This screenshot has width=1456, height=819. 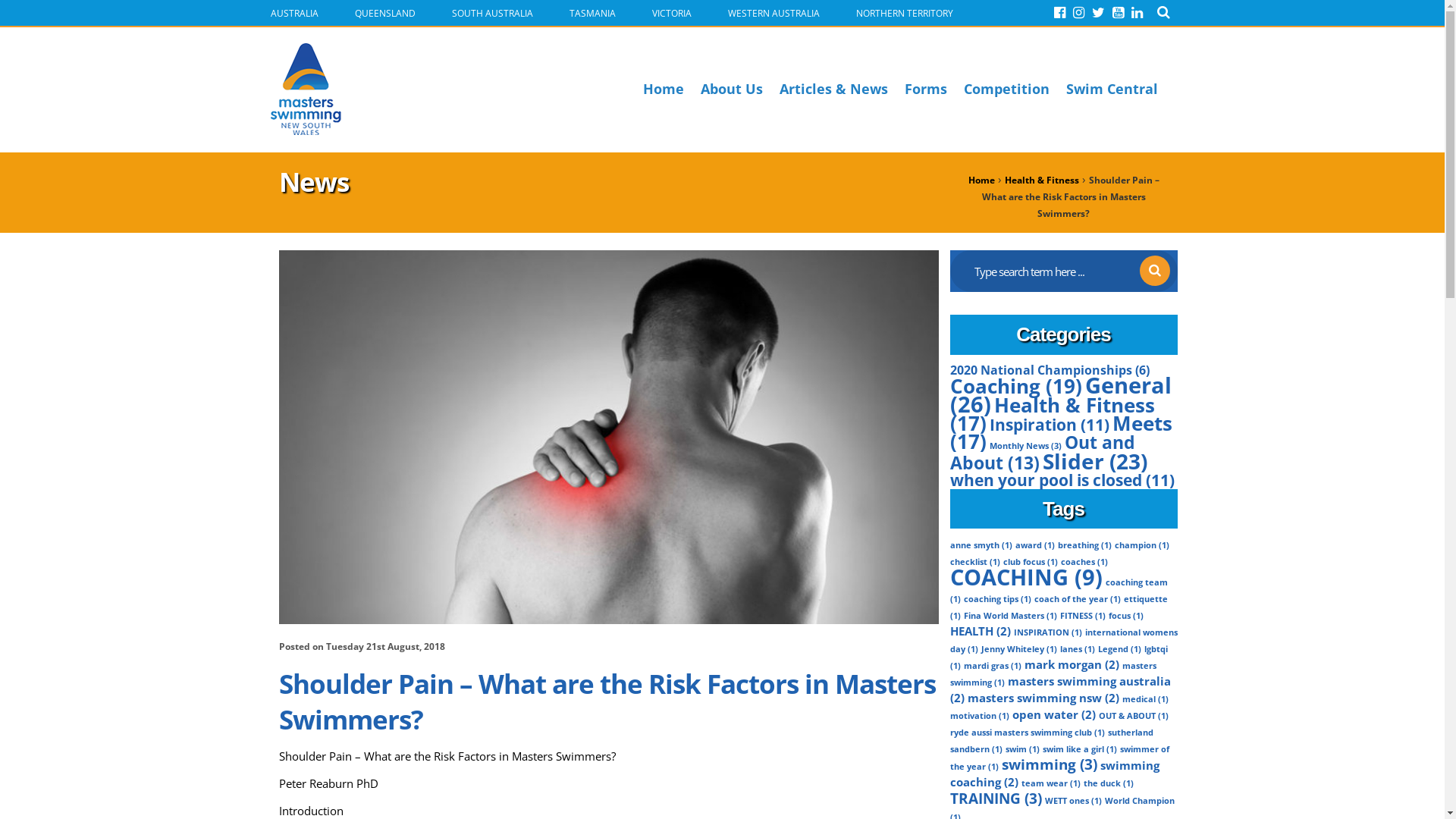 What do you see at coordinates (949, 414) in the screenshot?
I see `'Health & Fitness (17)'` at bounding box center [949, 414].